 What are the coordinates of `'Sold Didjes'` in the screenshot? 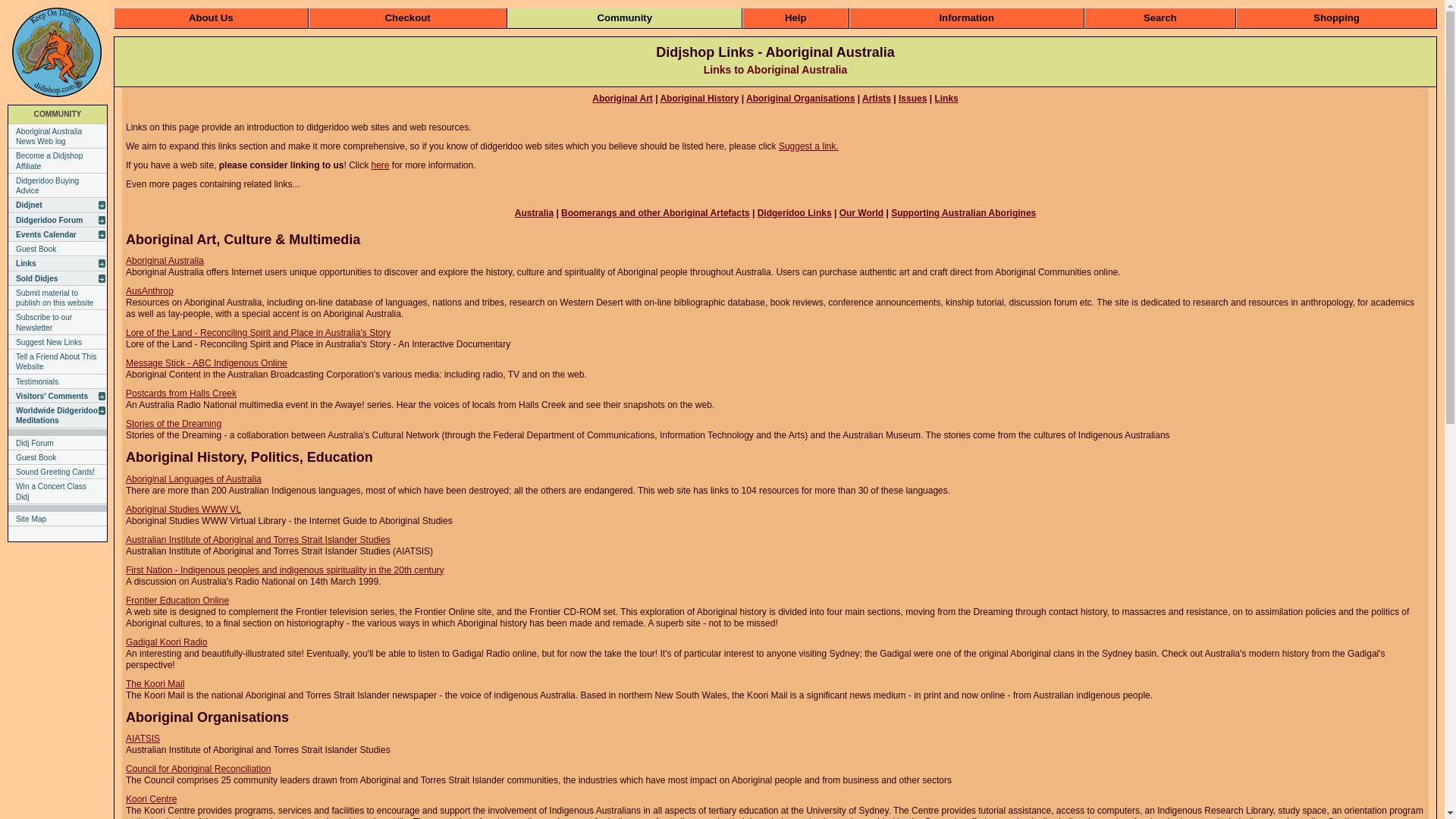 It's located at (57, 278).